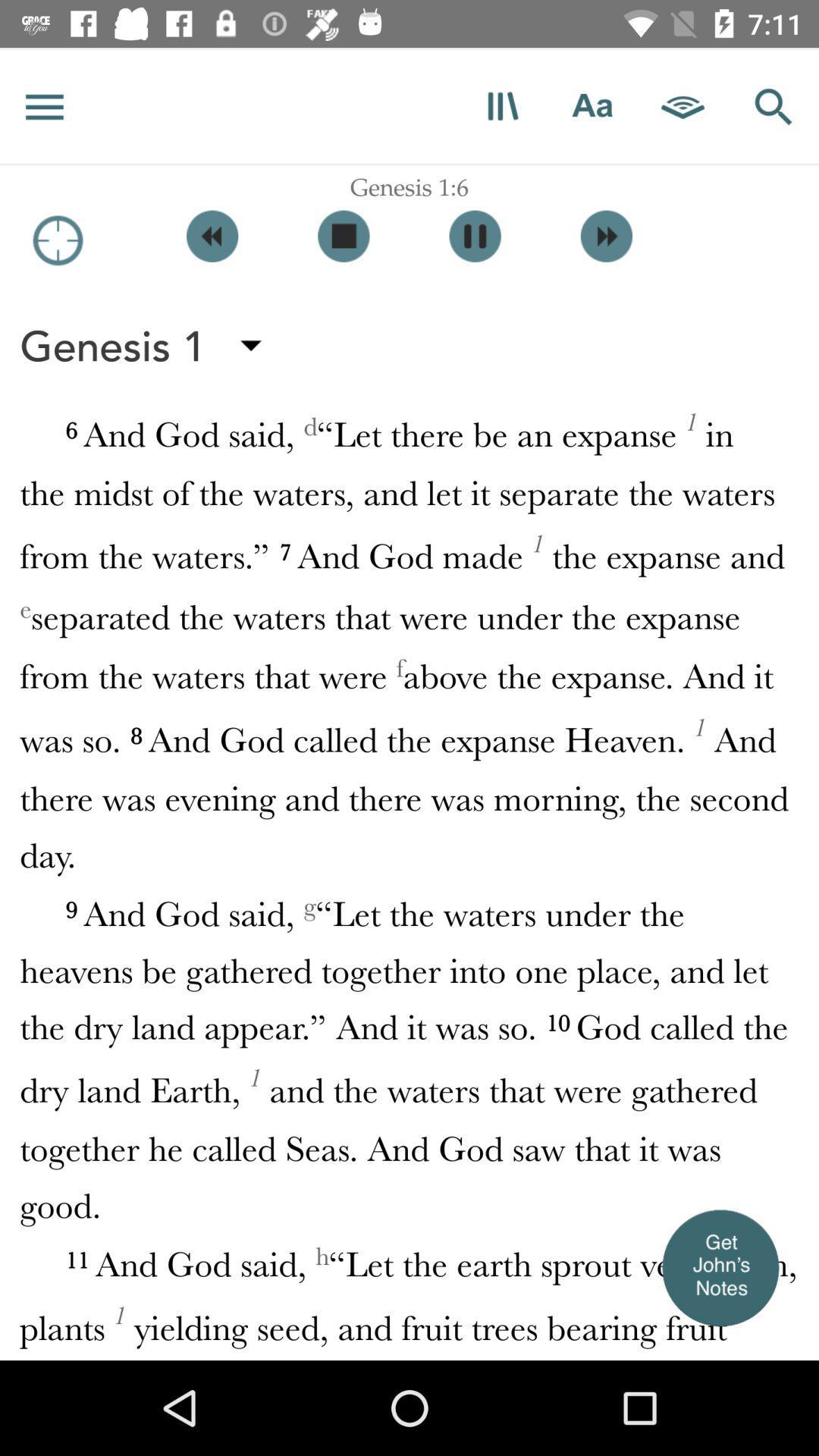 This screenshot has width=819, height=1456. What do you see at coordinates (719, 1267) in the screenshot?
I see `the avatar icon` at bounding box center [719, 1267].